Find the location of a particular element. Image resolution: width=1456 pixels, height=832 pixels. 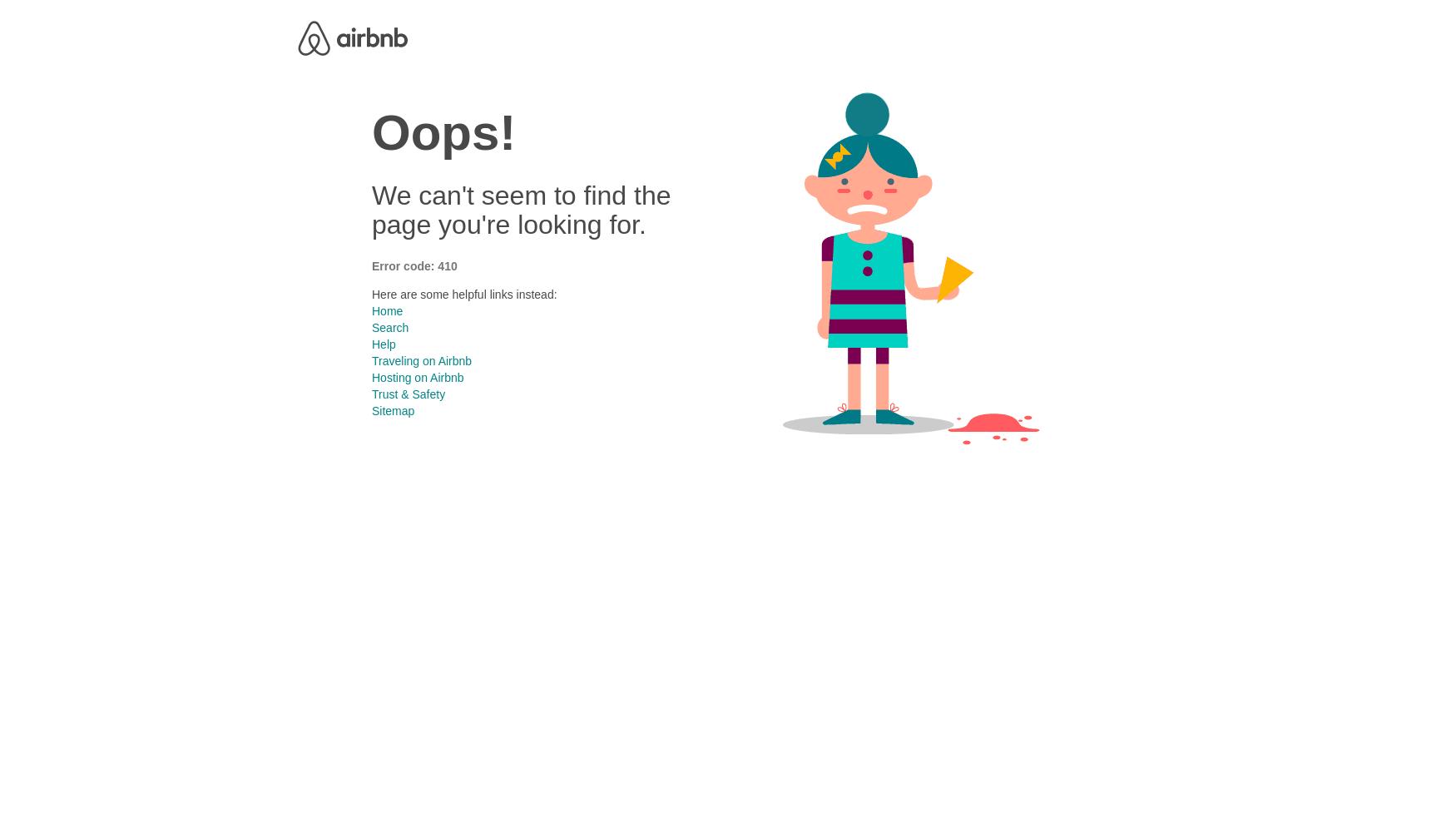

'Oops!' is located at coordinates (443, 132).